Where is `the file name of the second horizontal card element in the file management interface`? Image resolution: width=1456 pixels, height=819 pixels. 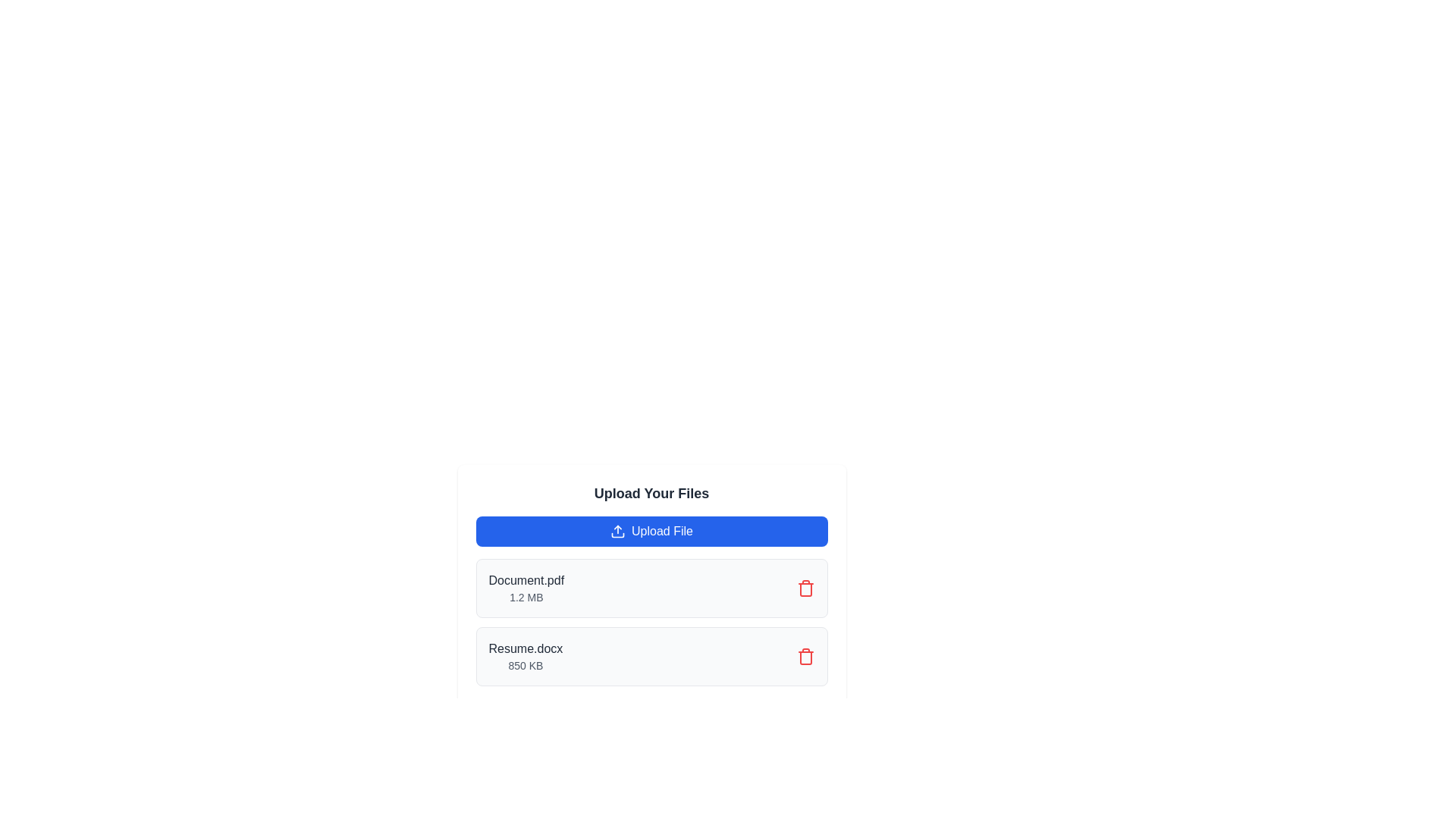
the file name of the second horizontal card element in the file management interface is located at coordinates (651, 656).